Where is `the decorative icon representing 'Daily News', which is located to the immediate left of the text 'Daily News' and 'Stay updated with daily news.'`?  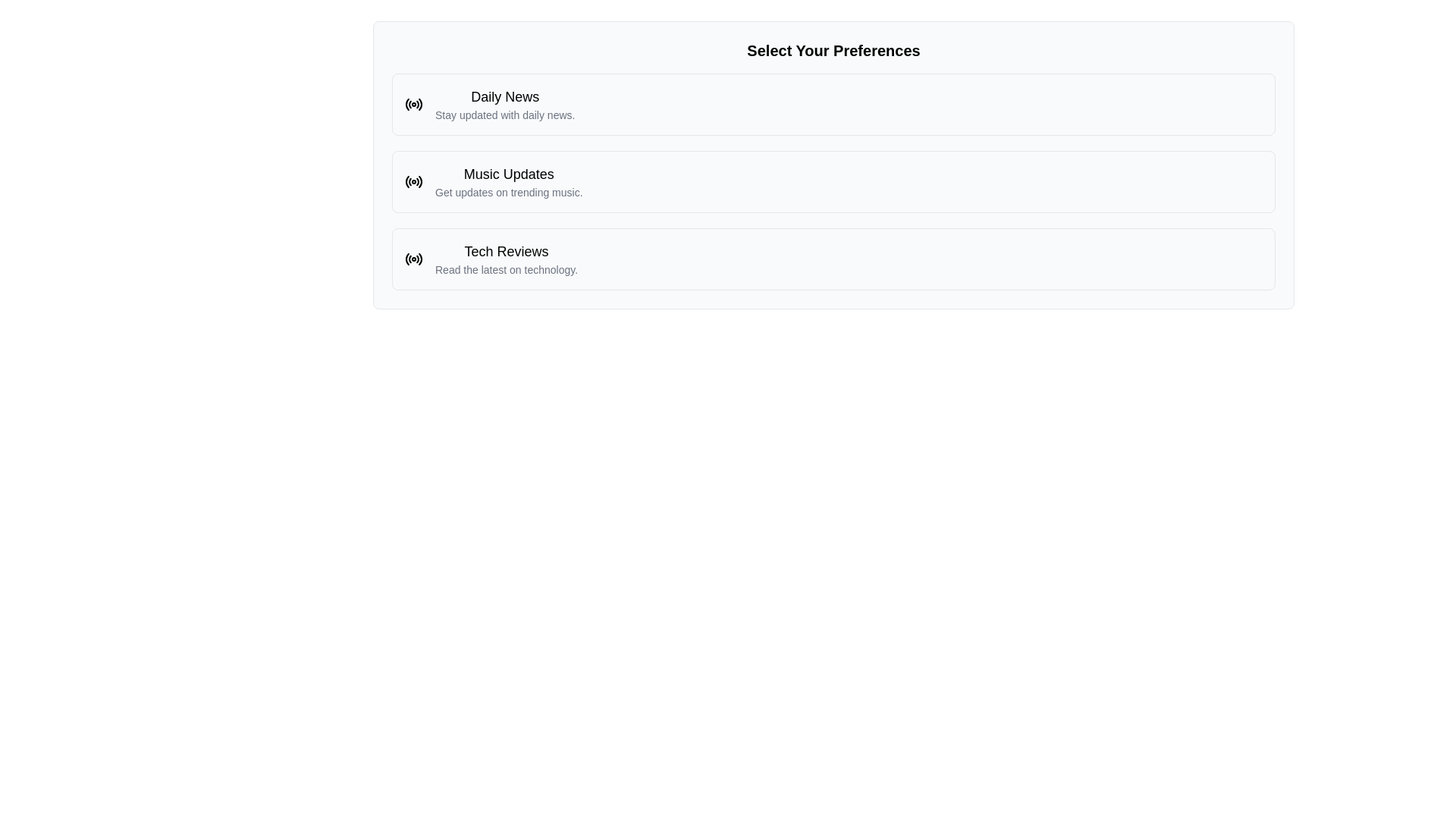
the decorative icon representing 'Daily News', which is located to the immediate left of the text 'Daily News' and 'Stay updated with daily news.' is located at coordinates (414, 104).